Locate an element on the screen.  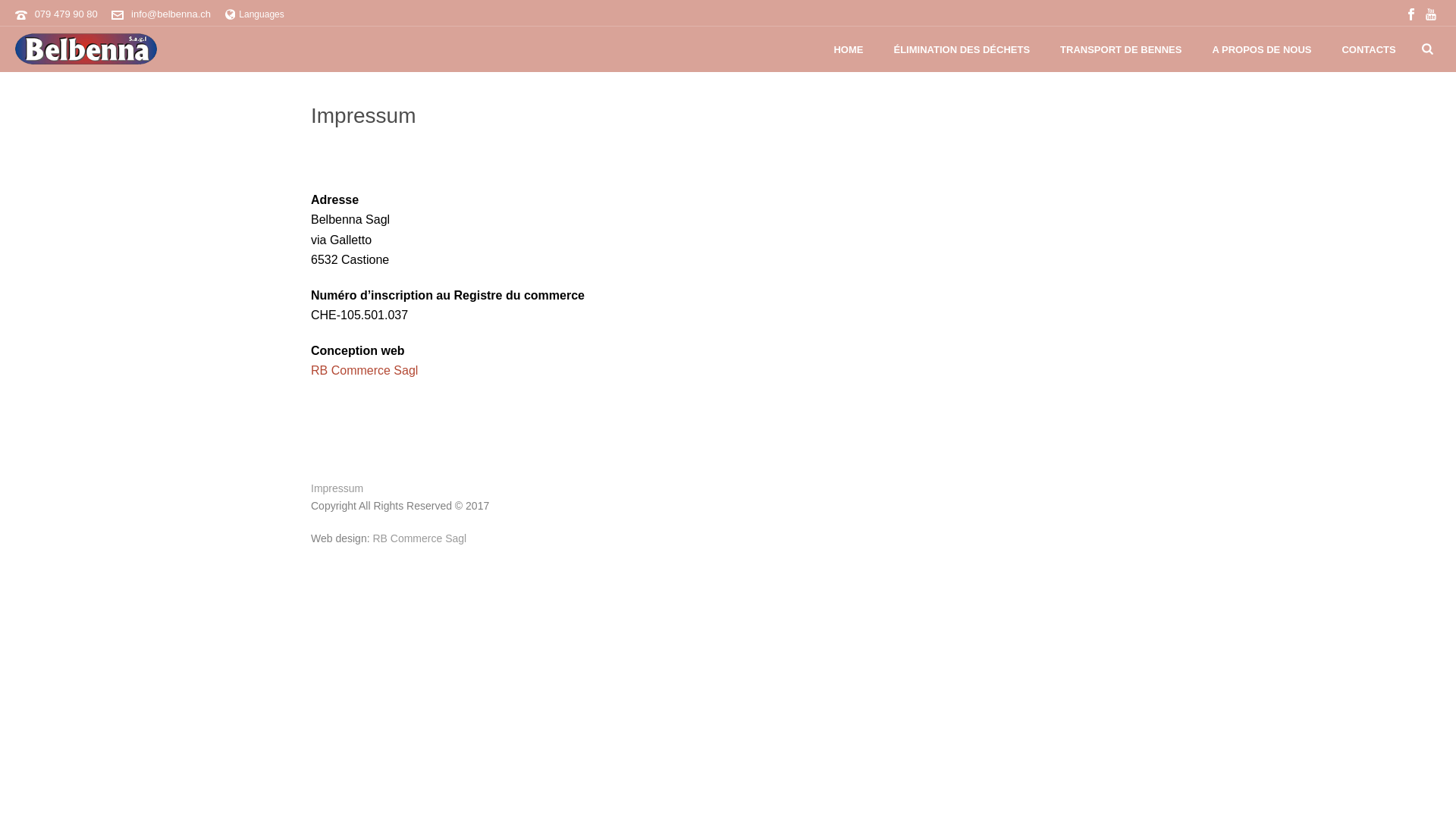
'TRANSPORT DE BENNES' is located at coordinates (1121, 49).